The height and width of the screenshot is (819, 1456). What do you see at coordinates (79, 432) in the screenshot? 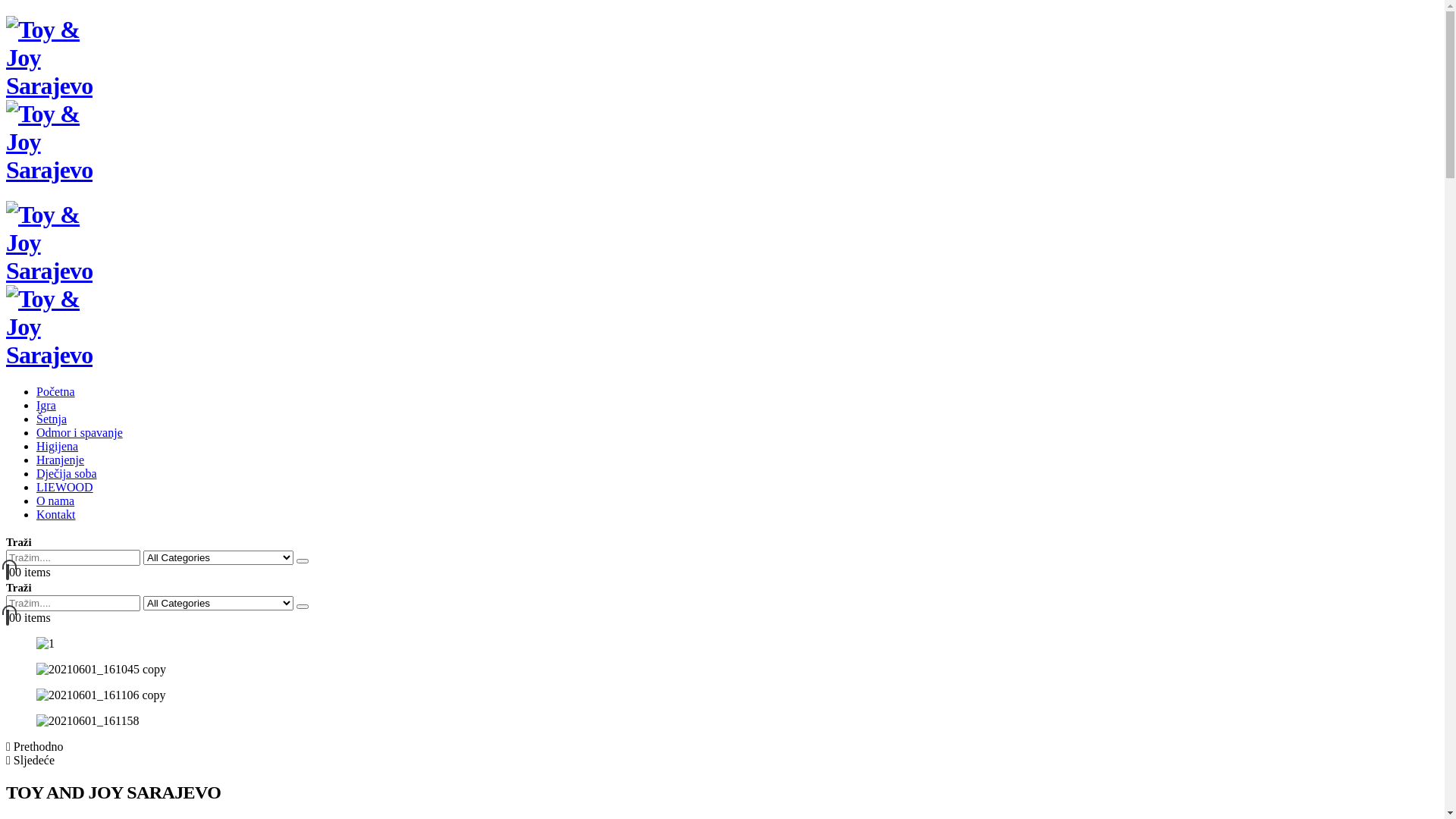
I see `'Odmor i spavanje'` at bounding box center [79, 432].